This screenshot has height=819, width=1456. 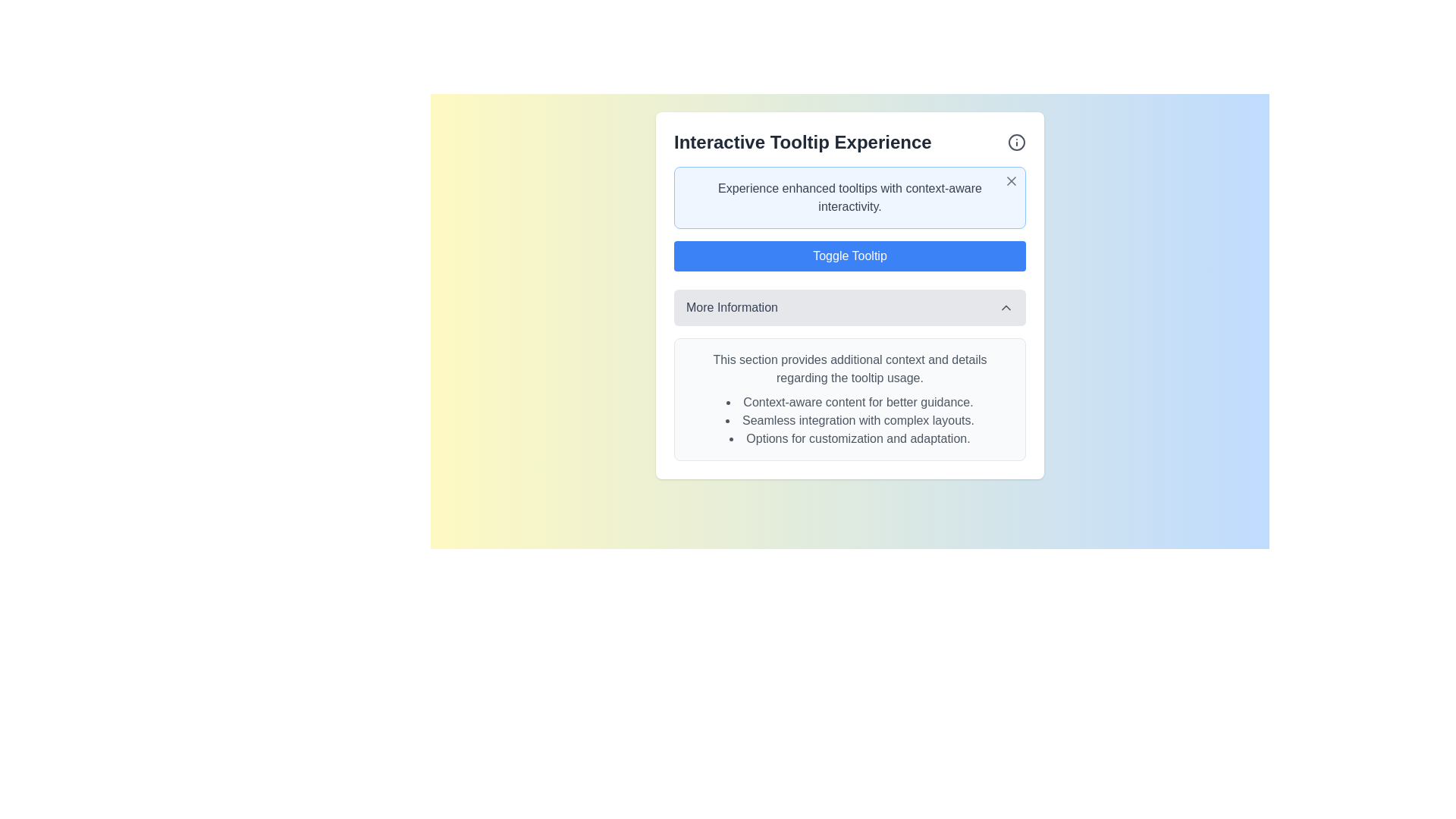 What do you see at coordinates (850, 197) in the screenshot?
I see `the informational panel located centrally below the heading 'Interactive Tooltip Experience' and above the 'Toggle Tooltip' button` at bounding box center [850, 197].